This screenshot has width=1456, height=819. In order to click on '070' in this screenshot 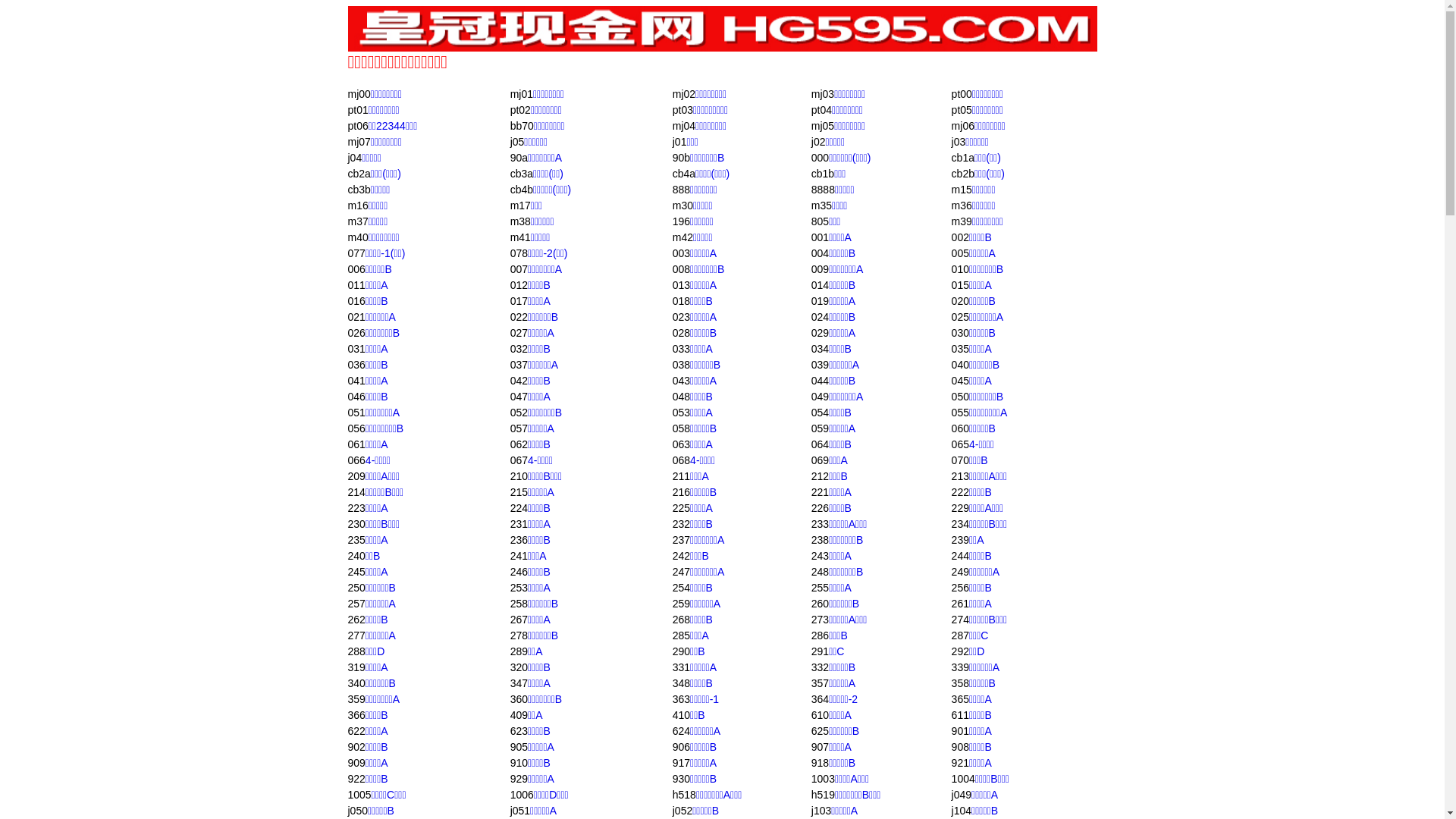, I will do `click(950, 459)`.